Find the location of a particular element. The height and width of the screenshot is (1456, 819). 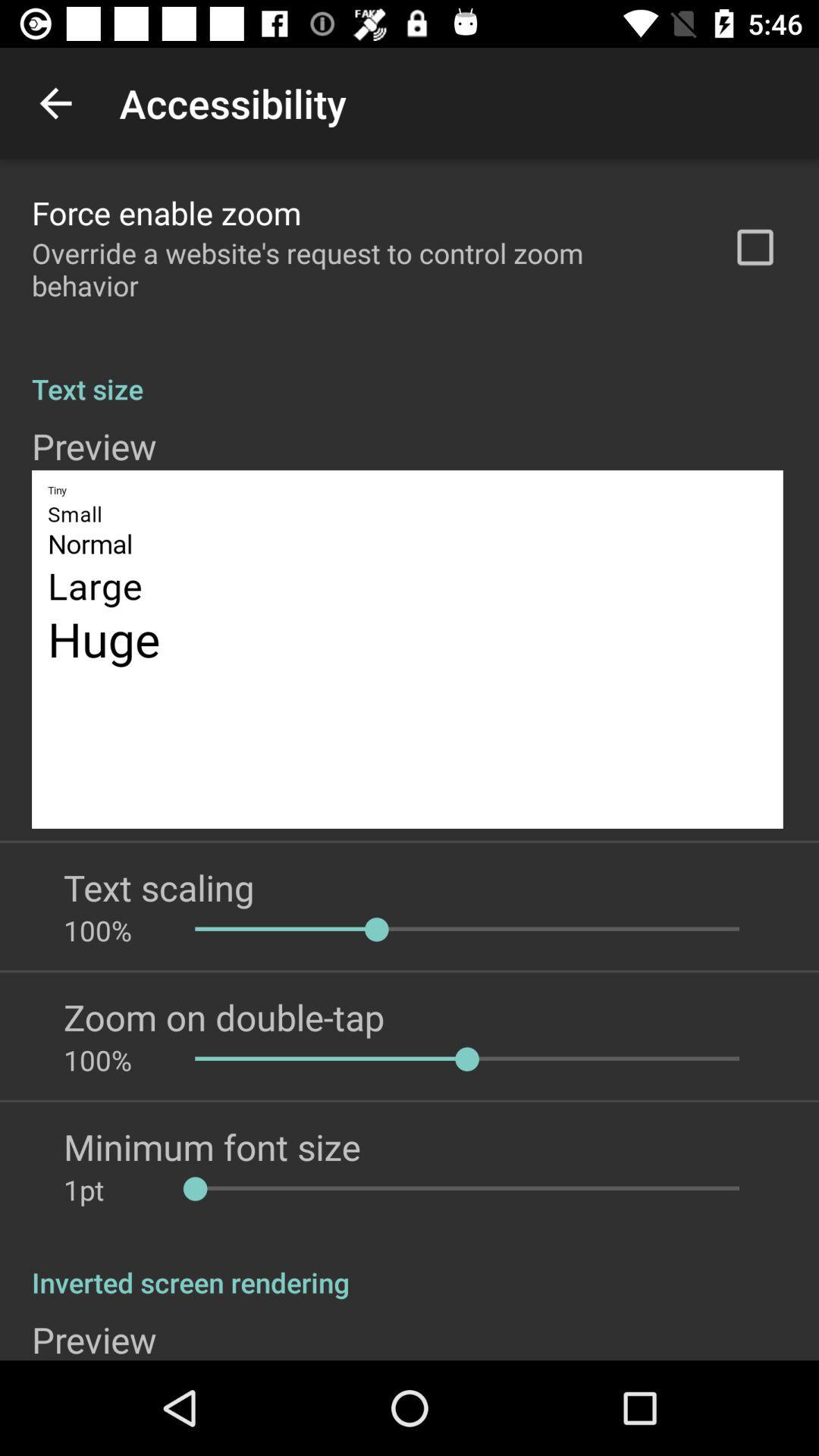

icon above the preview icon is located at coordinates (409, 372).